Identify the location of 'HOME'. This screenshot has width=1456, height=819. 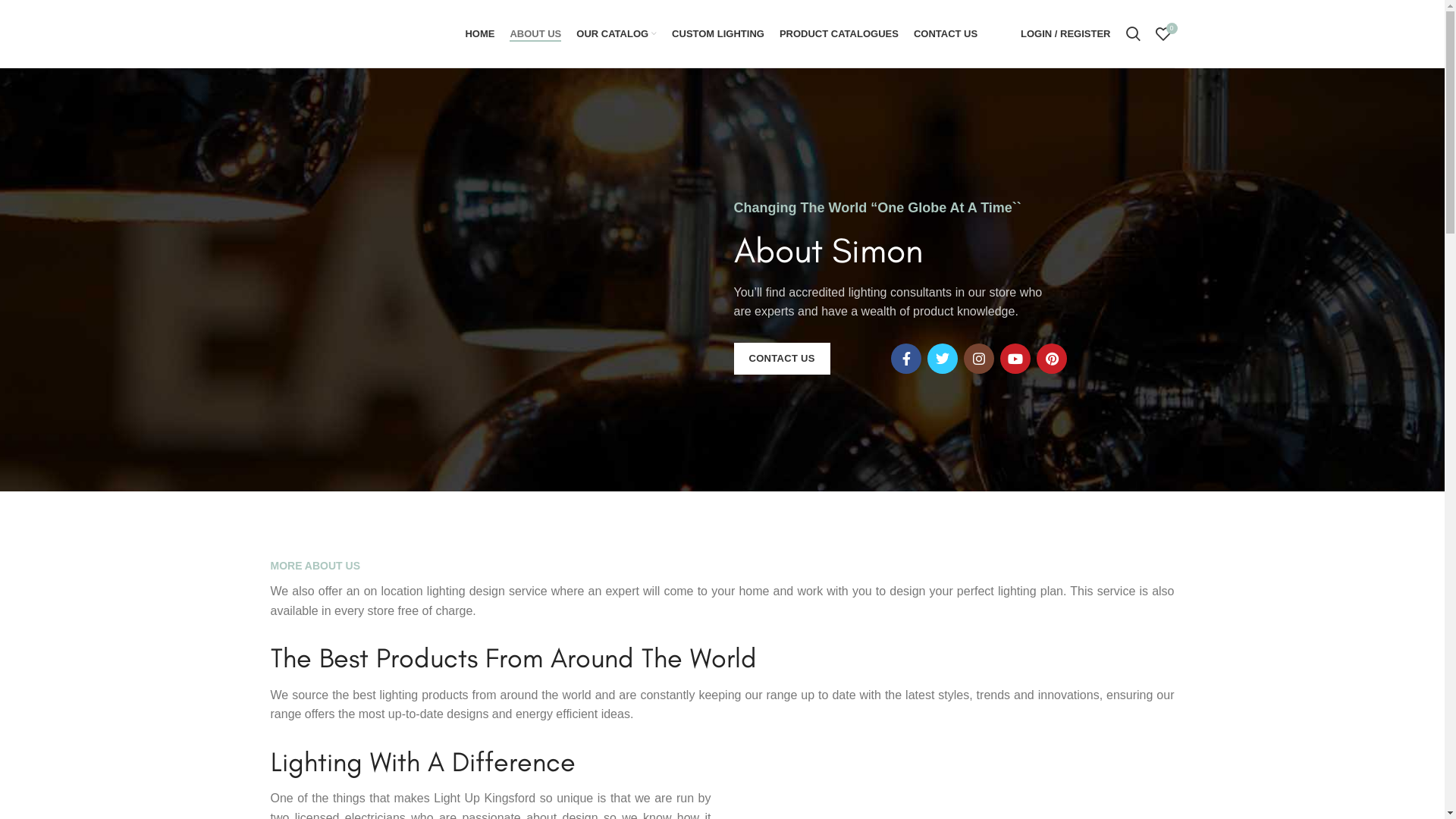
(457, 33).